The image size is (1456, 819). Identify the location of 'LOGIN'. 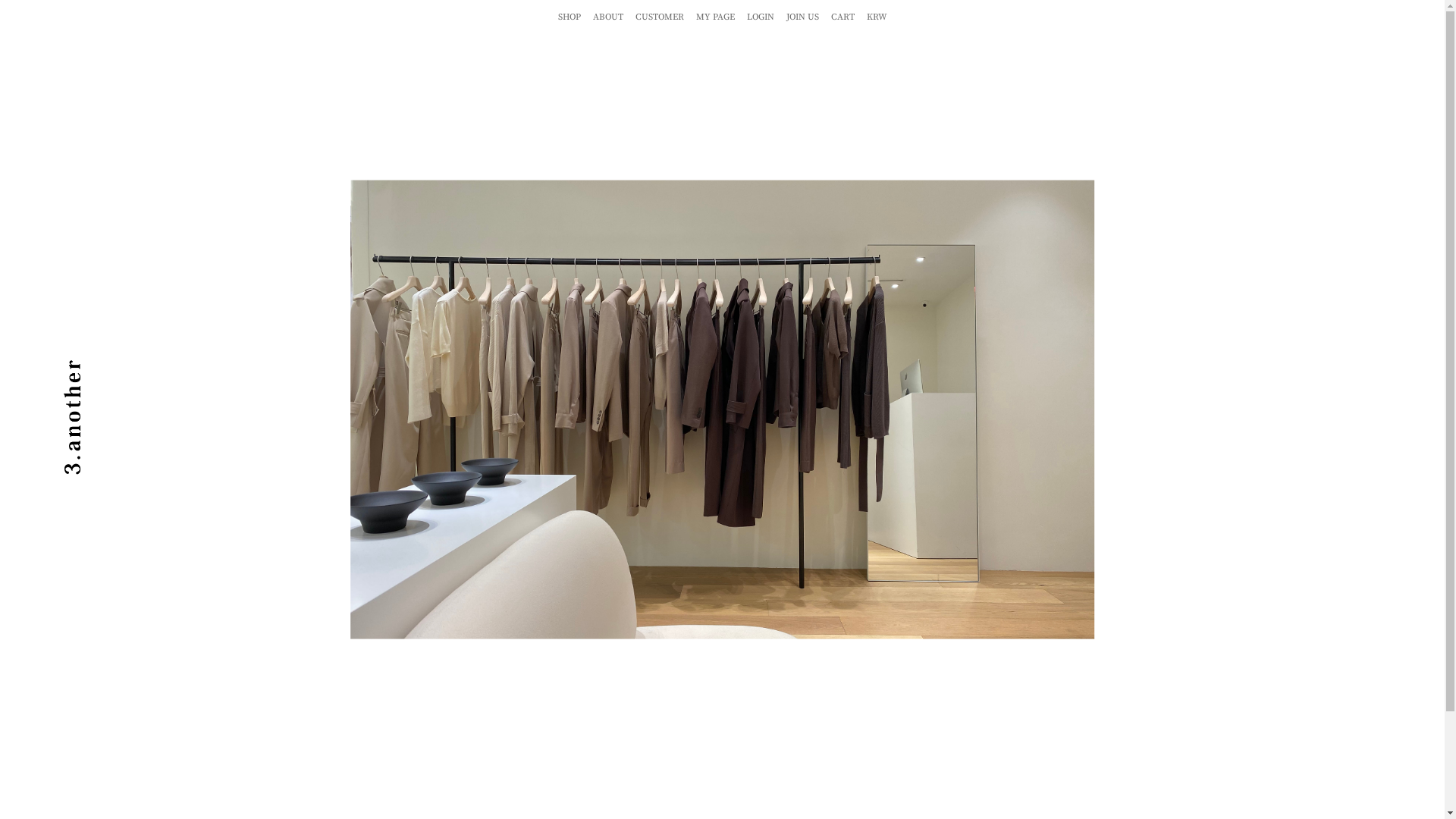
(760, 17).